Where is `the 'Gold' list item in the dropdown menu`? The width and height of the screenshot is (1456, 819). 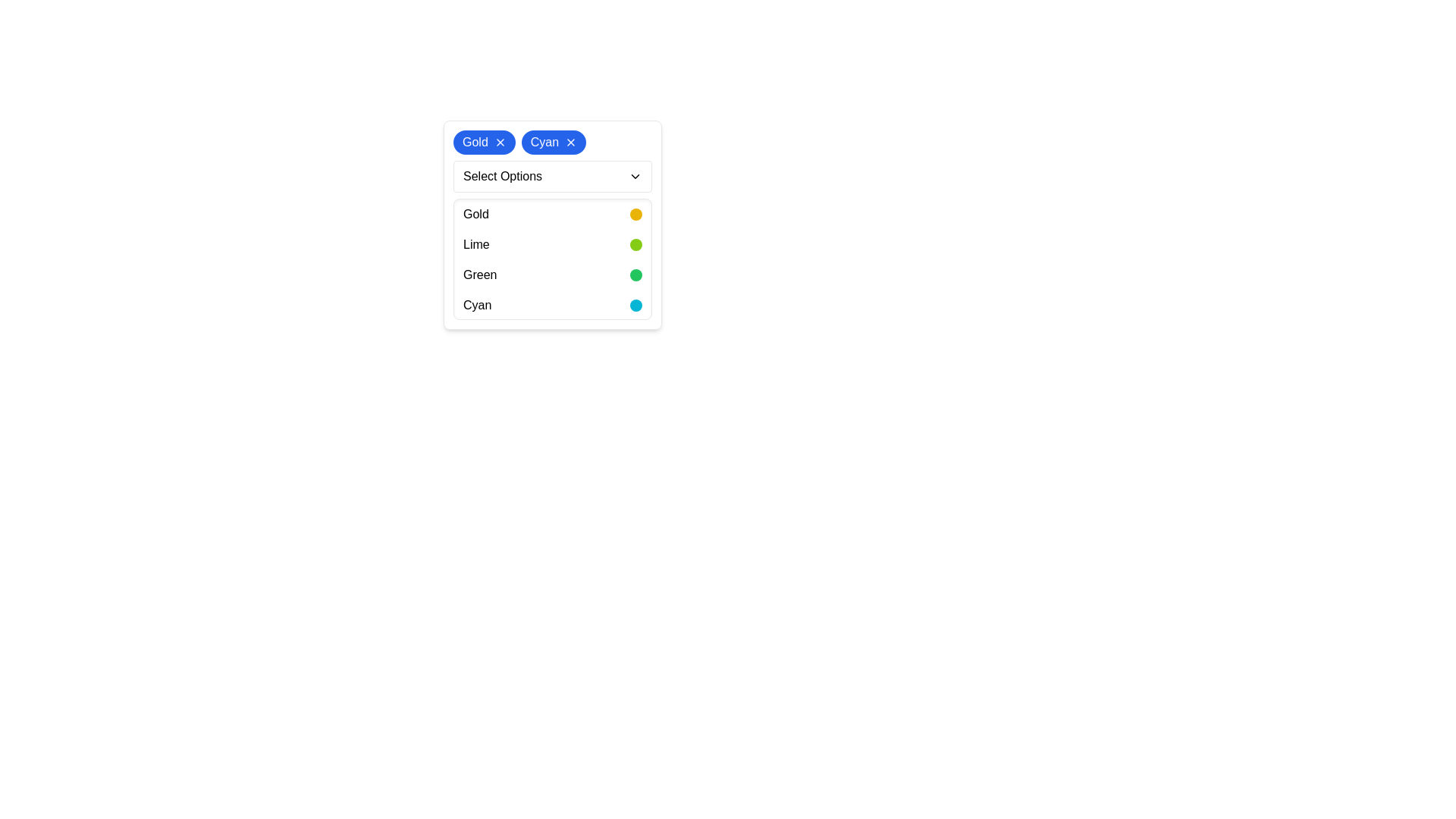 the 'Gold' list item in the dropdown menu is located at coordinates (552, 225).